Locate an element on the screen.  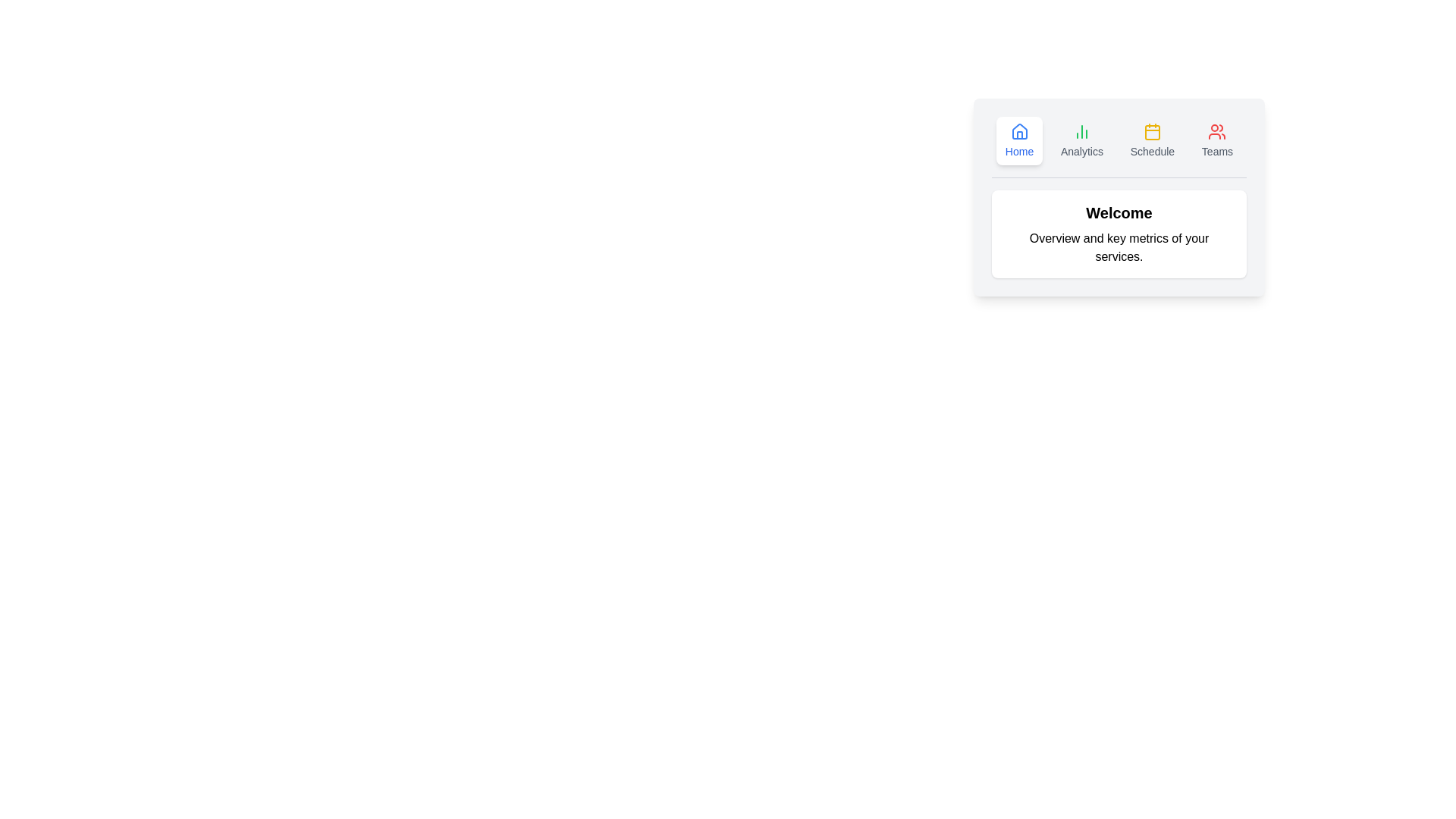
text label that serves as a descriptor for the 'Schedule' feature, positioned beneath the yellow calendar icon in the navigation bar is located at coordinates (1152, 152).